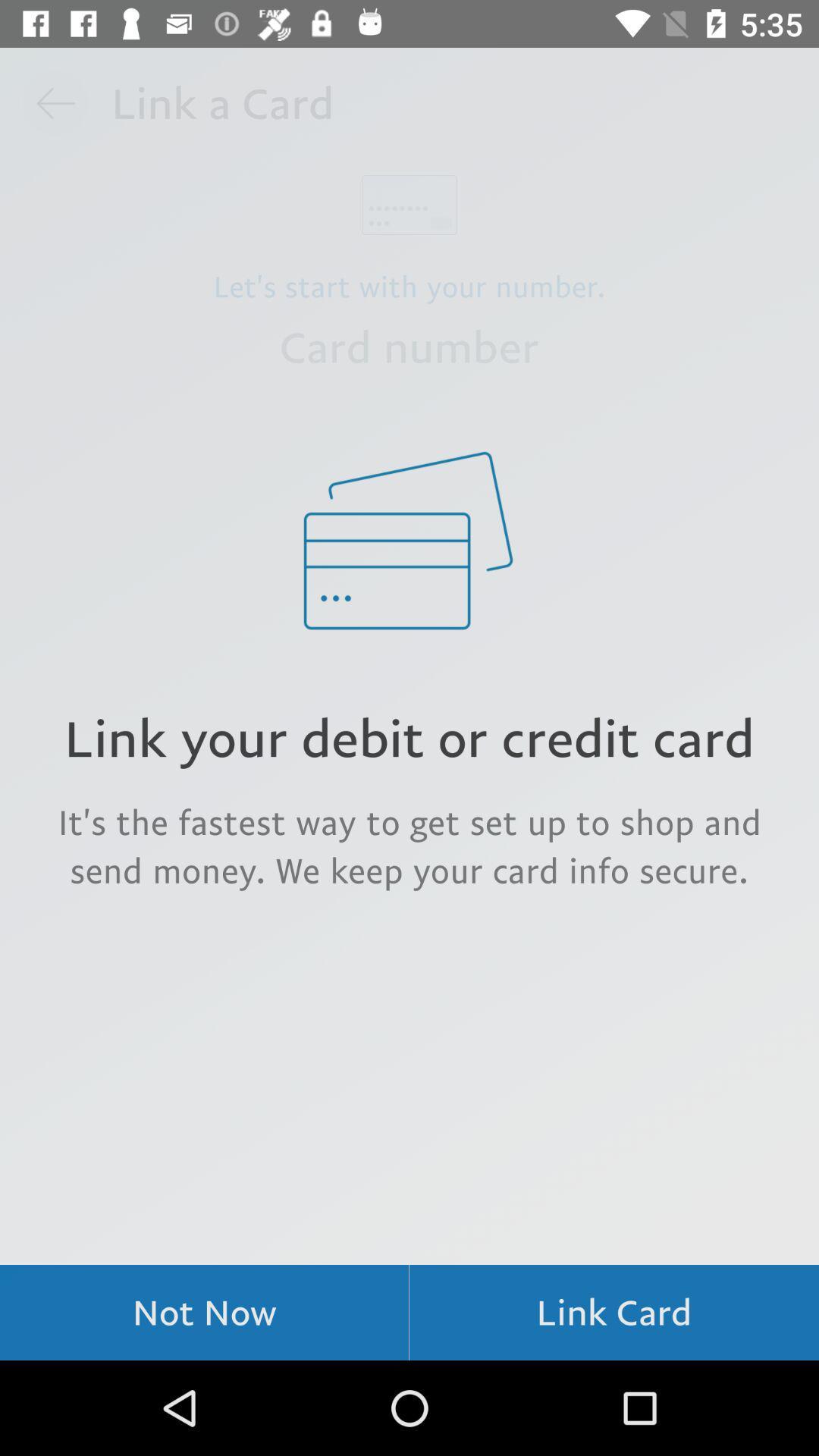 The image size is (819, 1456). What do you see at coordinates (409, 845) in the screenshot?
I see `the it s the item` at bounding box center [409, 845].